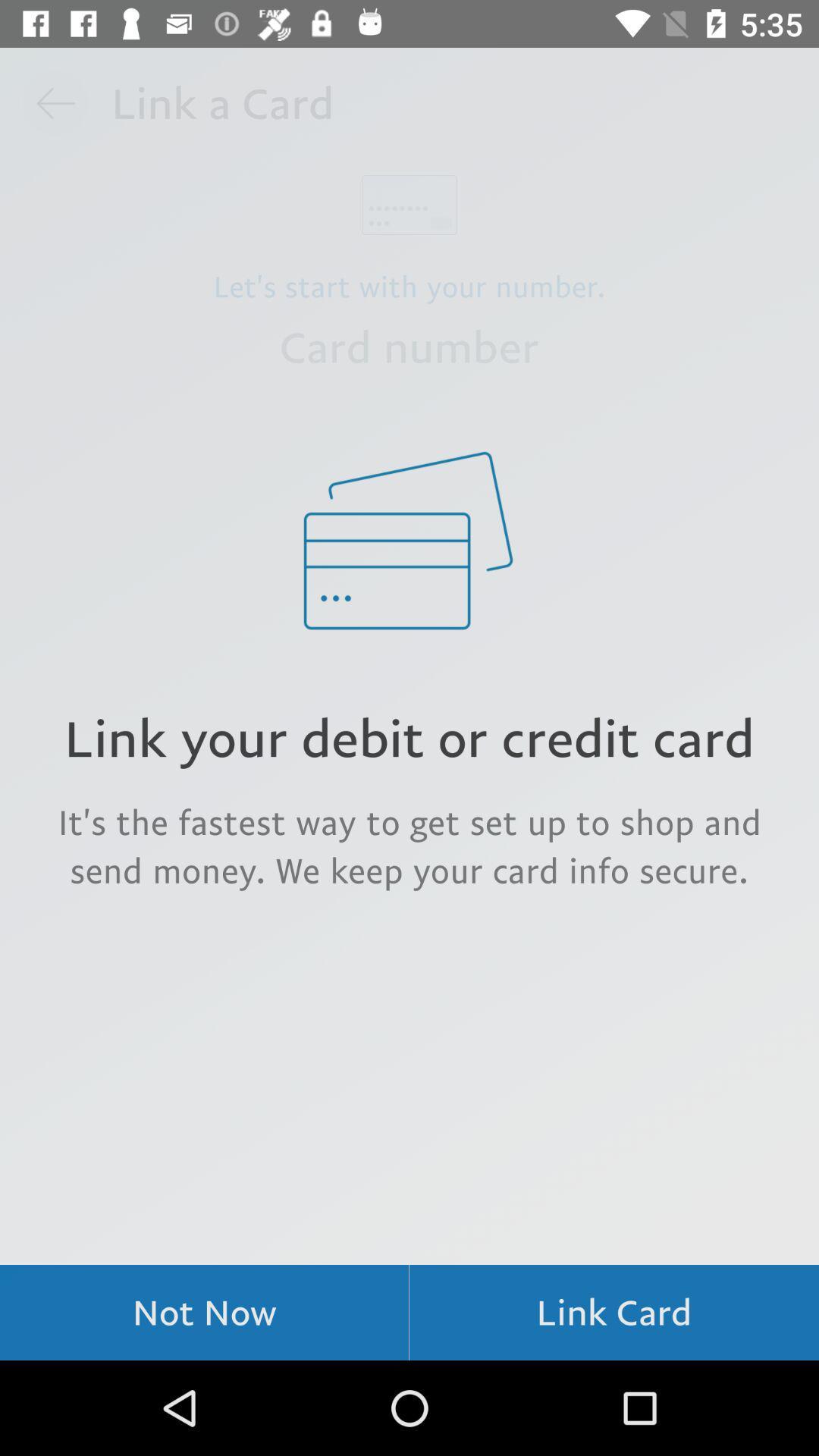 The image size is (819, 1456). What do you see at coordinates (409, 845) in the screenshot?
I see `the it s the item` at bounding box center [409, 845].